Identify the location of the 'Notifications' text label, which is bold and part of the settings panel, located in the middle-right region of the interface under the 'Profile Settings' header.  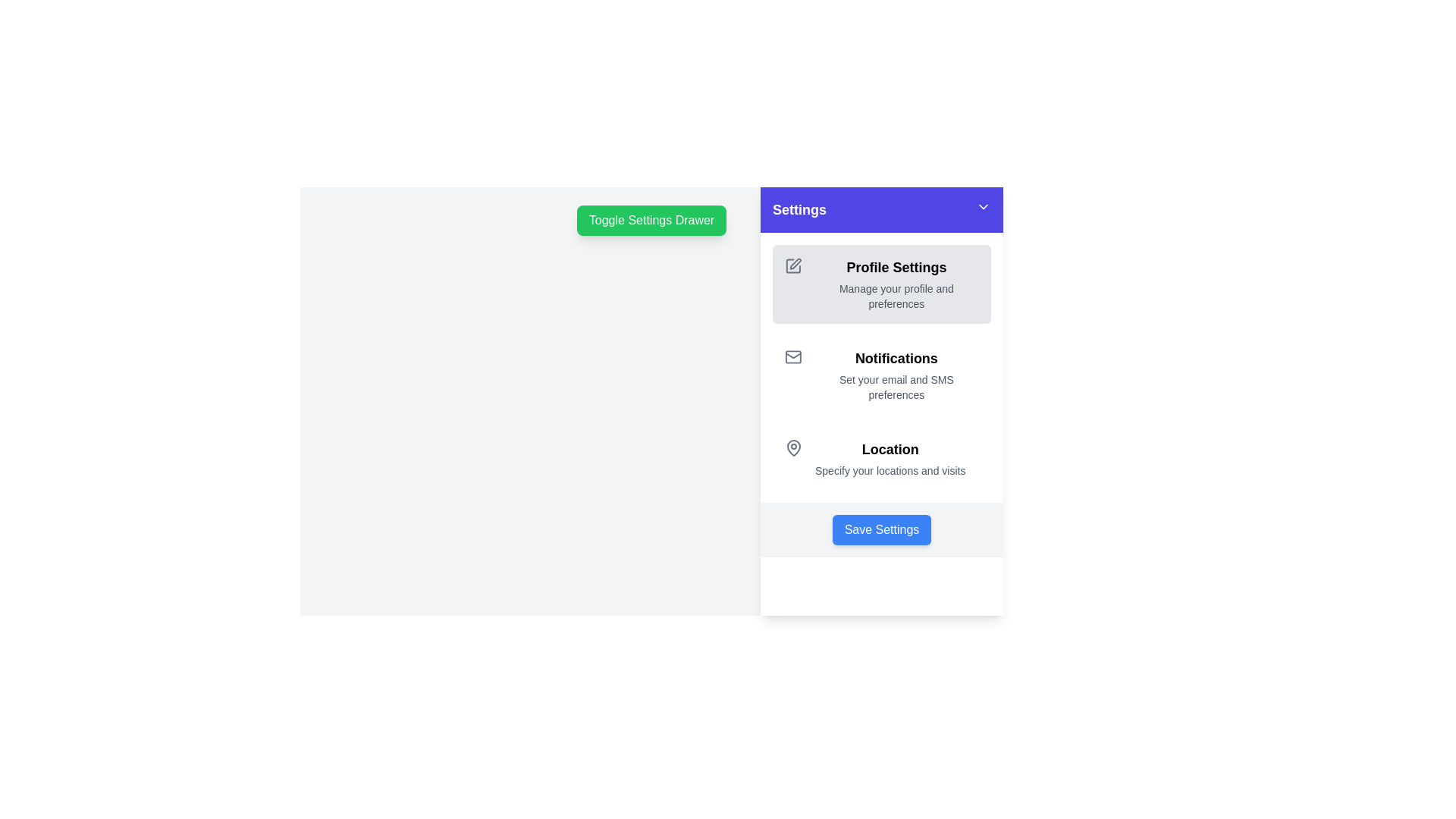
(896, 359).